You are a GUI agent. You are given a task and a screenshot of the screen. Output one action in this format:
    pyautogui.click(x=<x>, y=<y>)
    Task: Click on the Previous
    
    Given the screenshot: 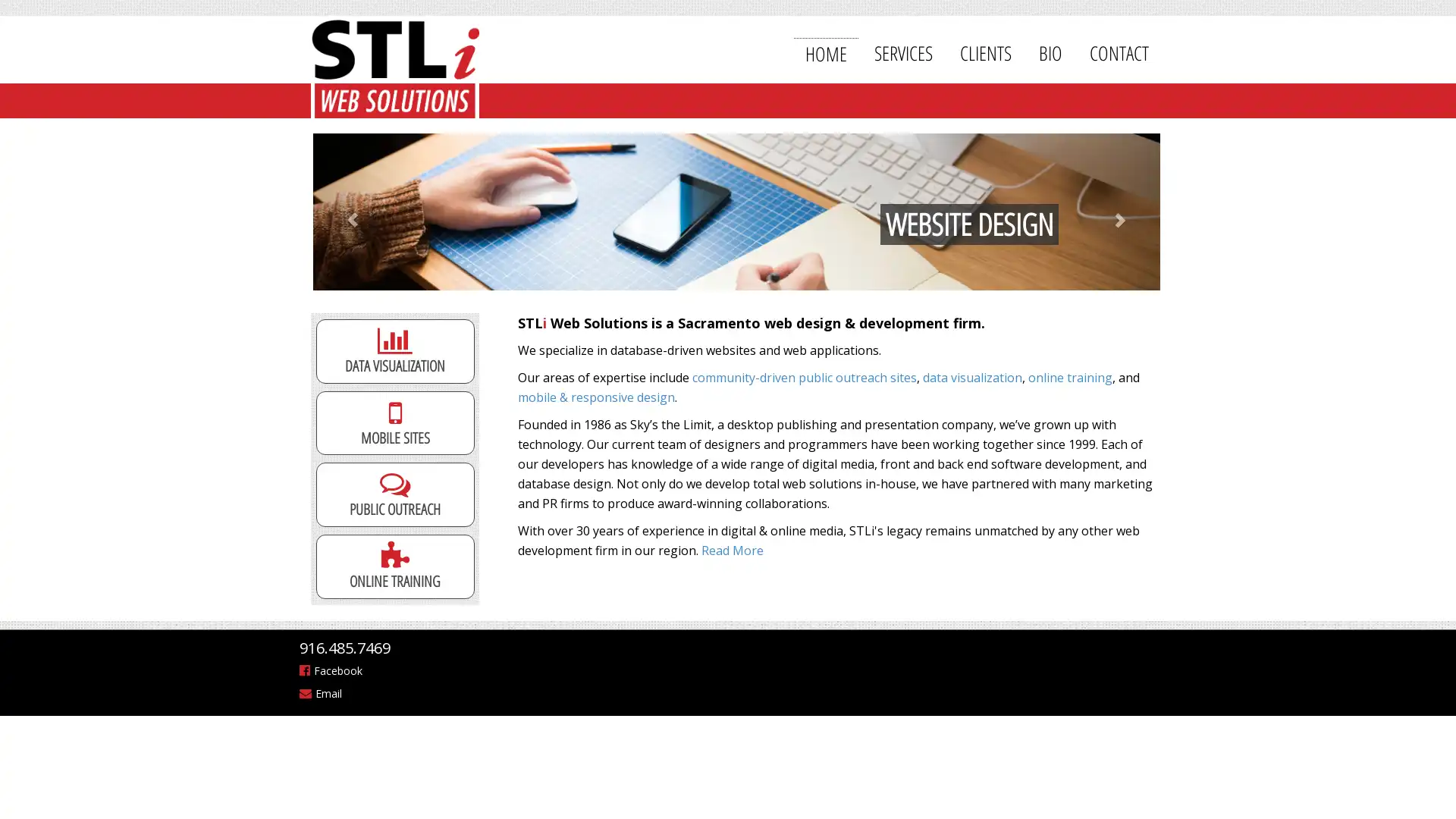 What is the action you would take?
    pyautogui.click(x=367, y=212)
    